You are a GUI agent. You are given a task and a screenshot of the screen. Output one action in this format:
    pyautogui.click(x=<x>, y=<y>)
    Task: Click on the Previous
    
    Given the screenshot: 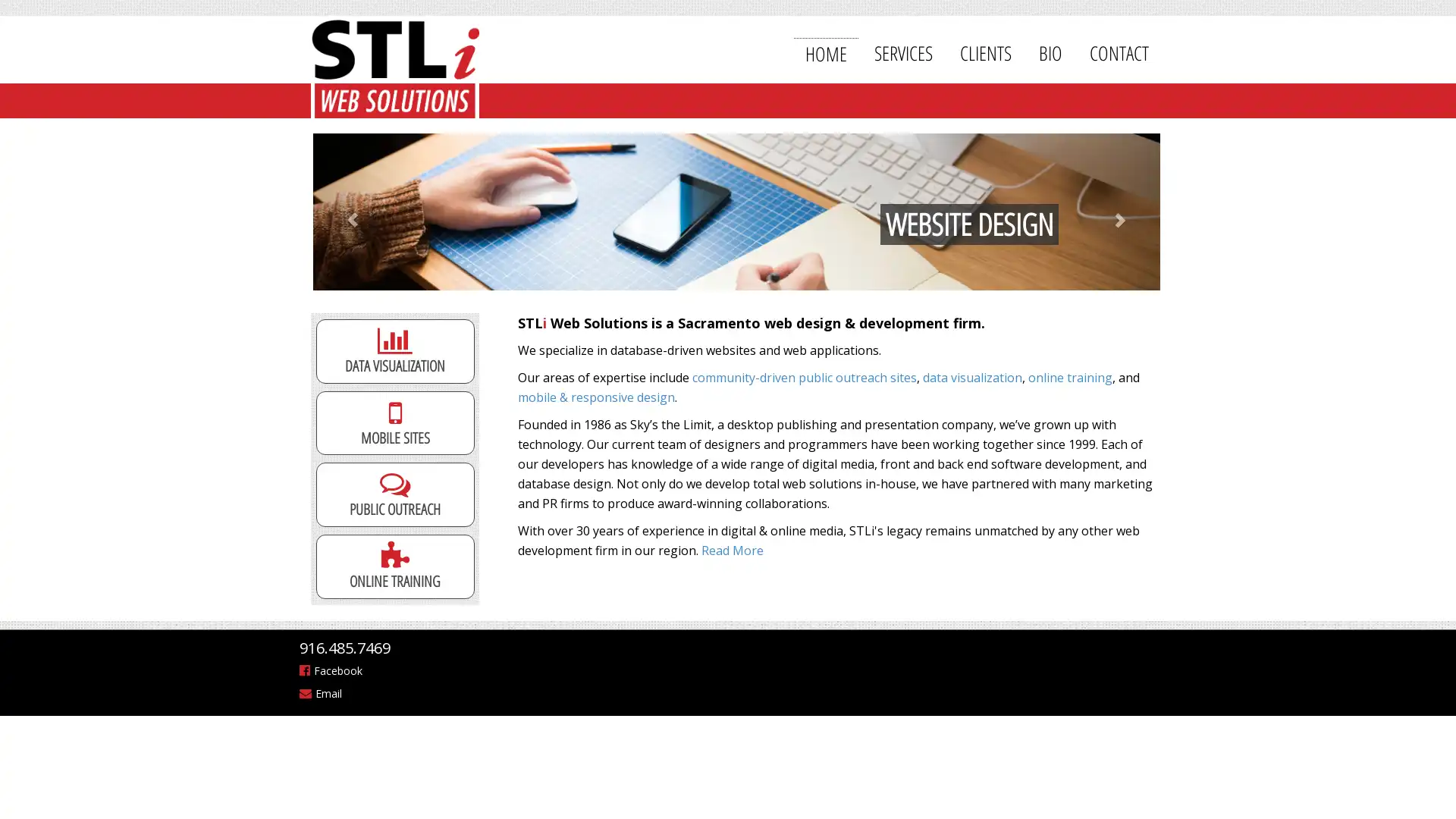 What is the action you would take?
    pyautogui.click(x=367, y=212)
    